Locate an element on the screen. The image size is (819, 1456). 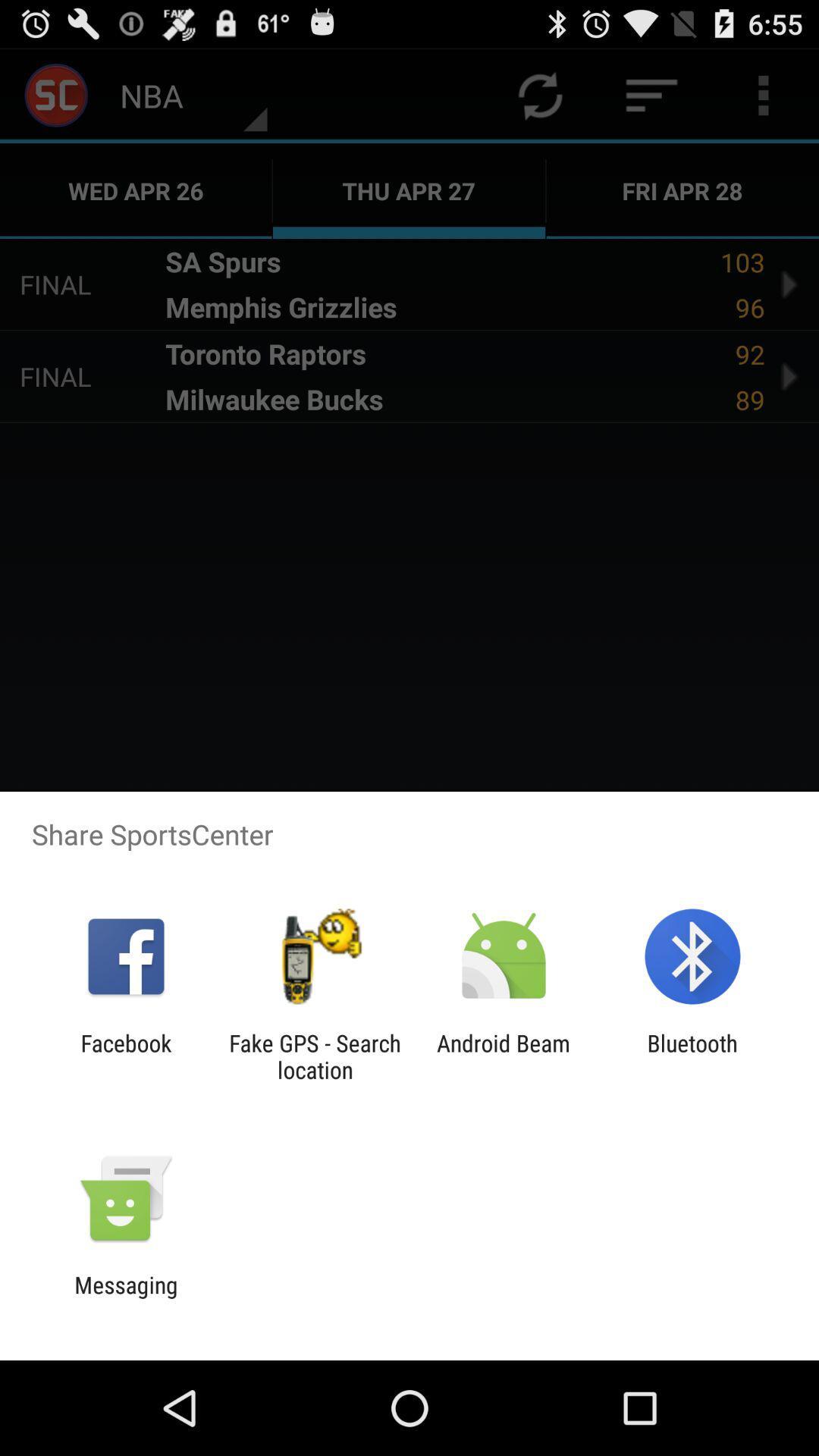
icon to the left of the fake gps search app is located at coordinates (125, 1056).